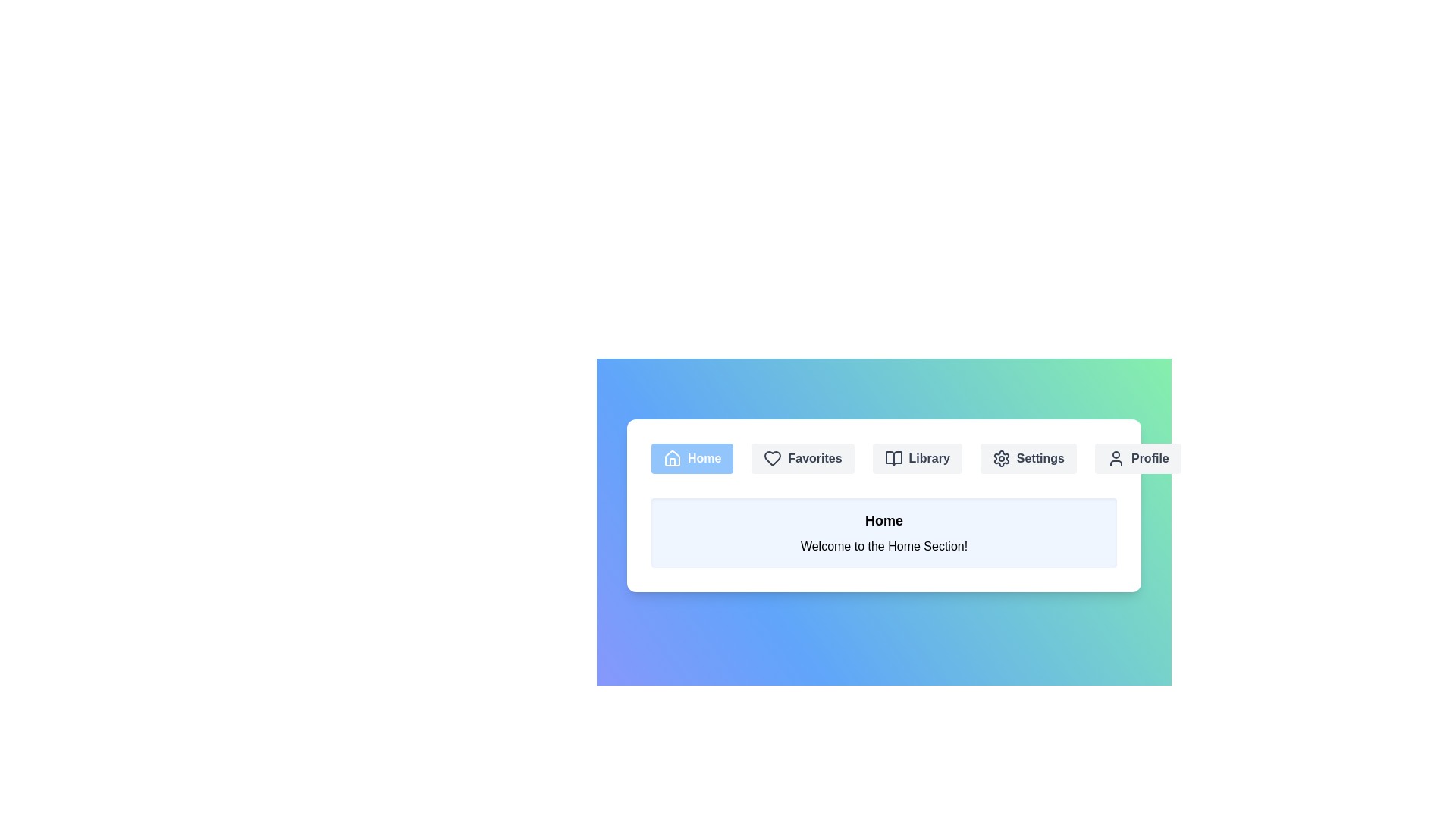 The image size is (1456, 819). I want to click on the 'Profile' text element located in the top-right section of the horizontal navigation bar, so click(1150, 458).